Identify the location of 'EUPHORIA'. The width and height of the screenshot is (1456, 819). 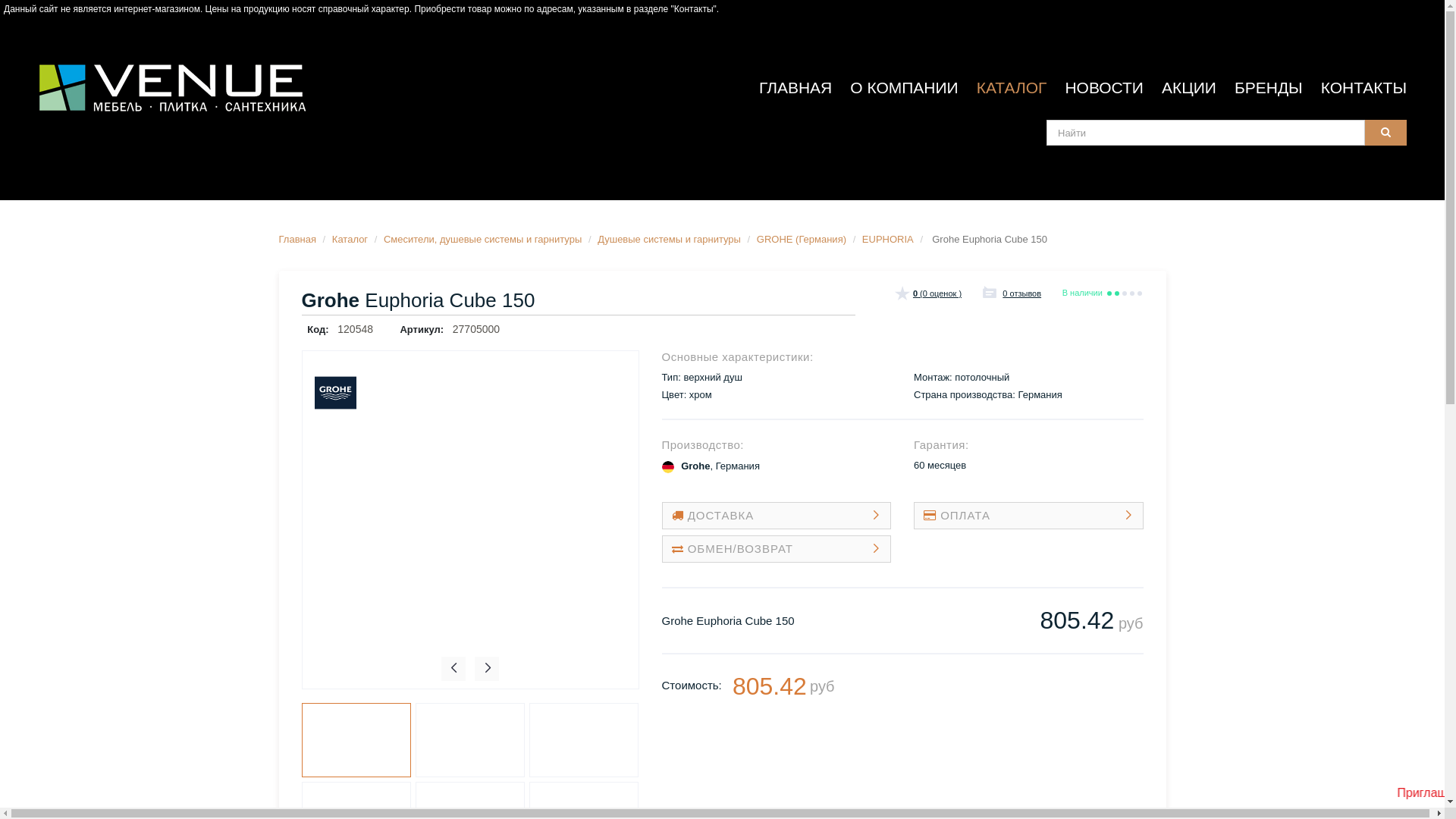
(862, 239).